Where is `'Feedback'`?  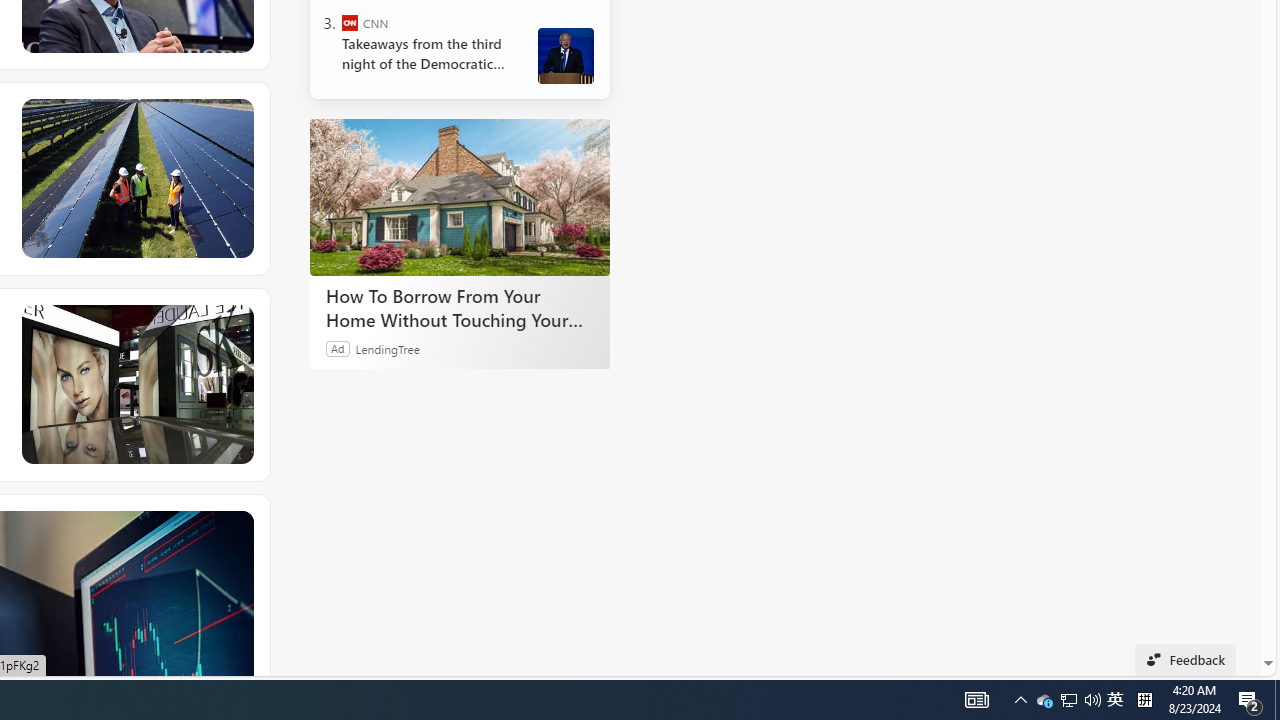 'Feedback' is located at coordinates (1185, 659).